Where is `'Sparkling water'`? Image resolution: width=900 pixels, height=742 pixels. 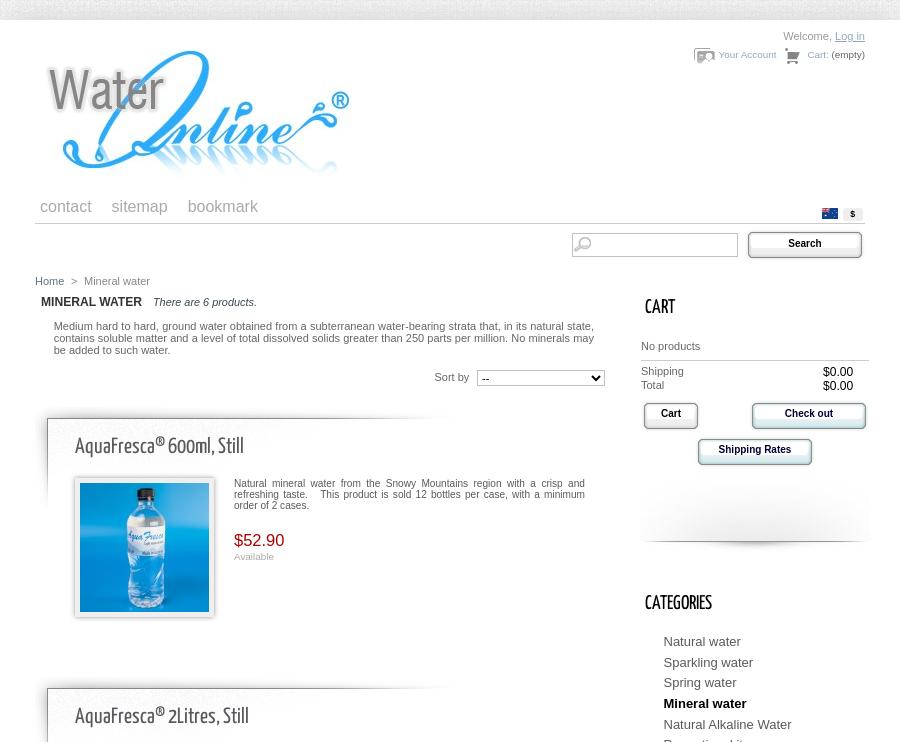
'Sparkling water' is located at coordinates (707, 660).